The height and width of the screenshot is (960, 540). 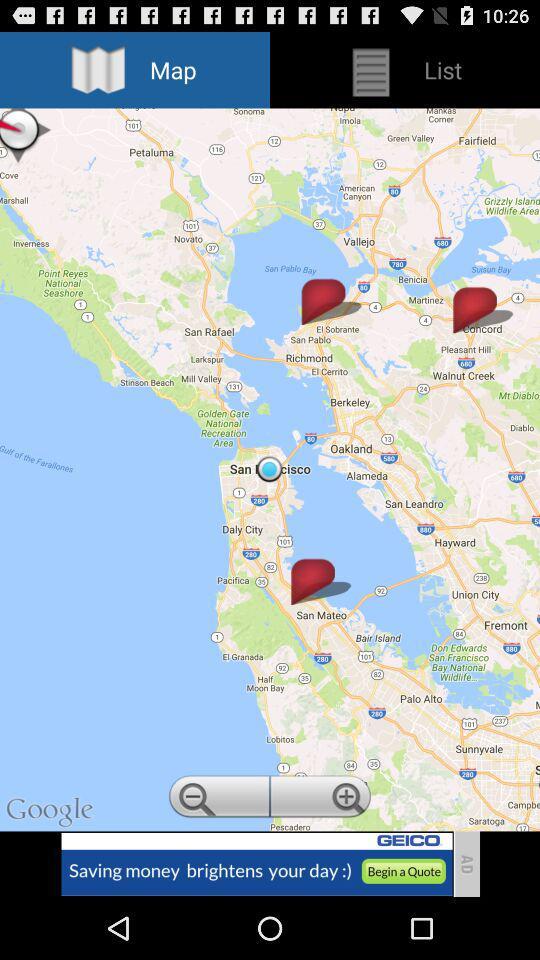 I want to click on press advertisement on bottom, so click(x=256, y=863).